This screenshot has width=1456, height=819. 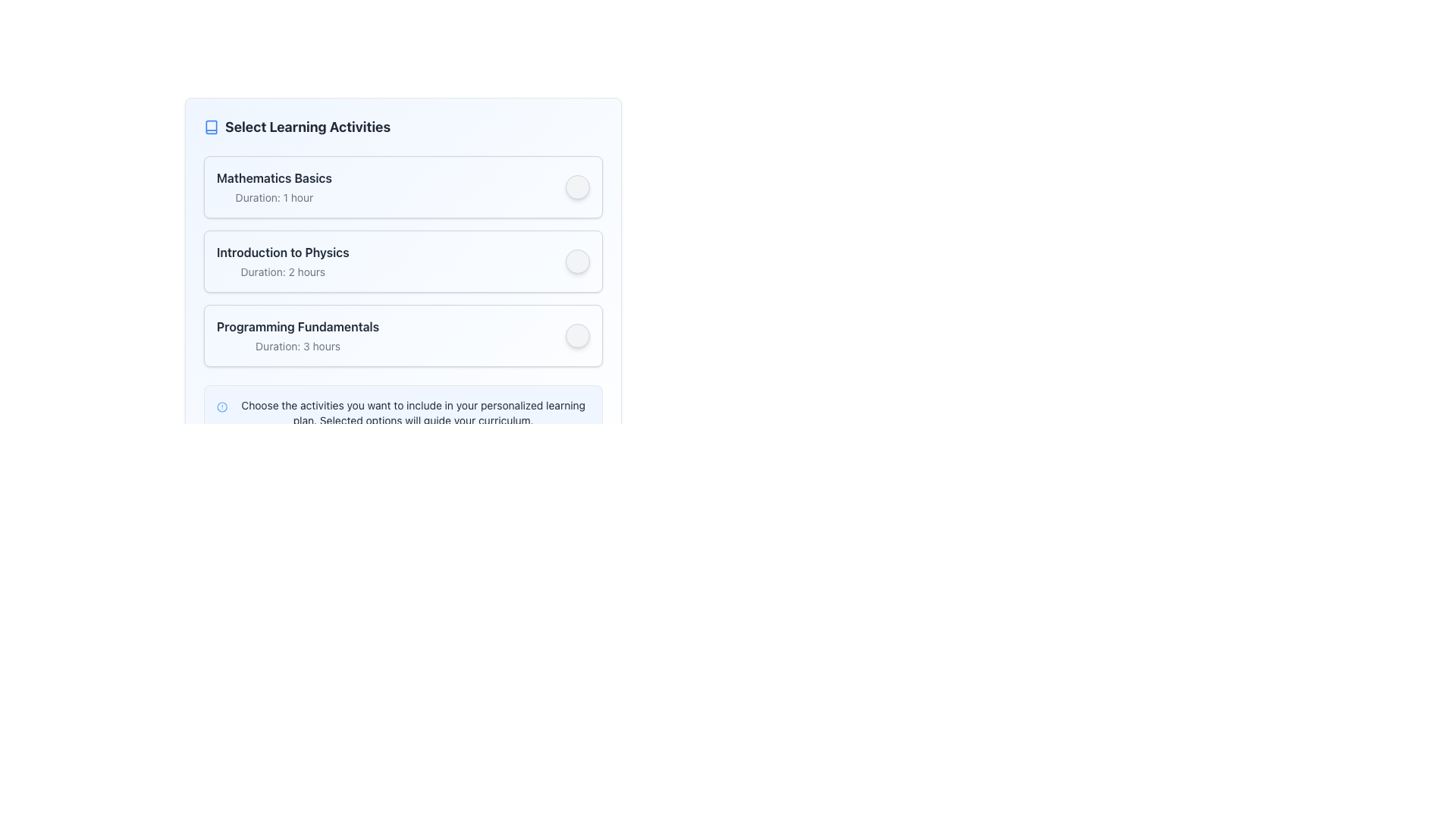 I want to click on informational text display titled 'Mathematics Basics' with the description 'Duration: 1 hour', which is positioned at the top of the list in a bordered box, so click(x=274, y=186).